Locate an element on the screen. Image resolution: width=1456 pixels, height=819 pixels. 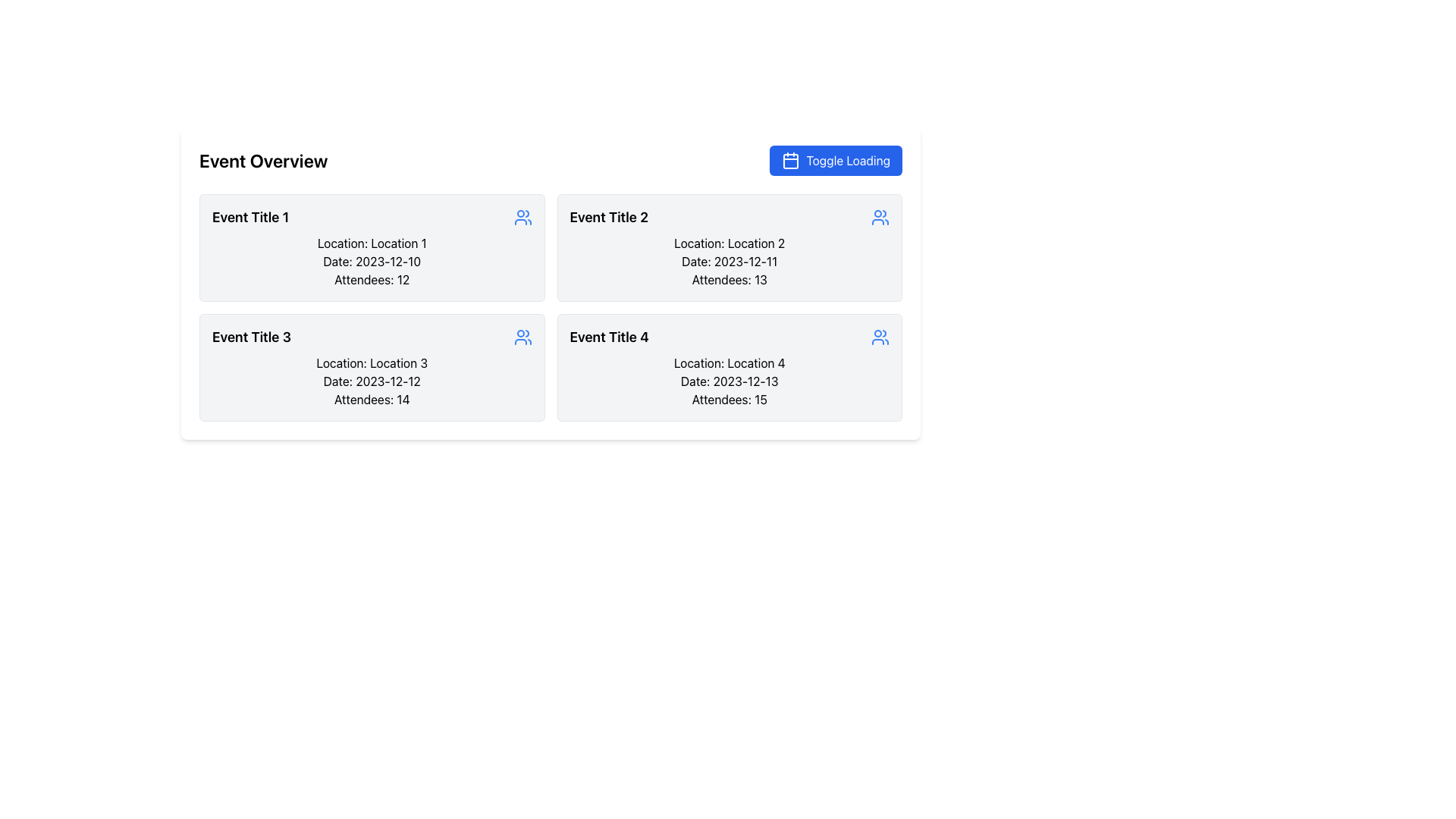
number of attendees displayed in the text label 'Attendees: 12' located in the first event card of the event grid layout, positioned below the 'Date: 2023-12-10' is located at coordinates (372, 280).